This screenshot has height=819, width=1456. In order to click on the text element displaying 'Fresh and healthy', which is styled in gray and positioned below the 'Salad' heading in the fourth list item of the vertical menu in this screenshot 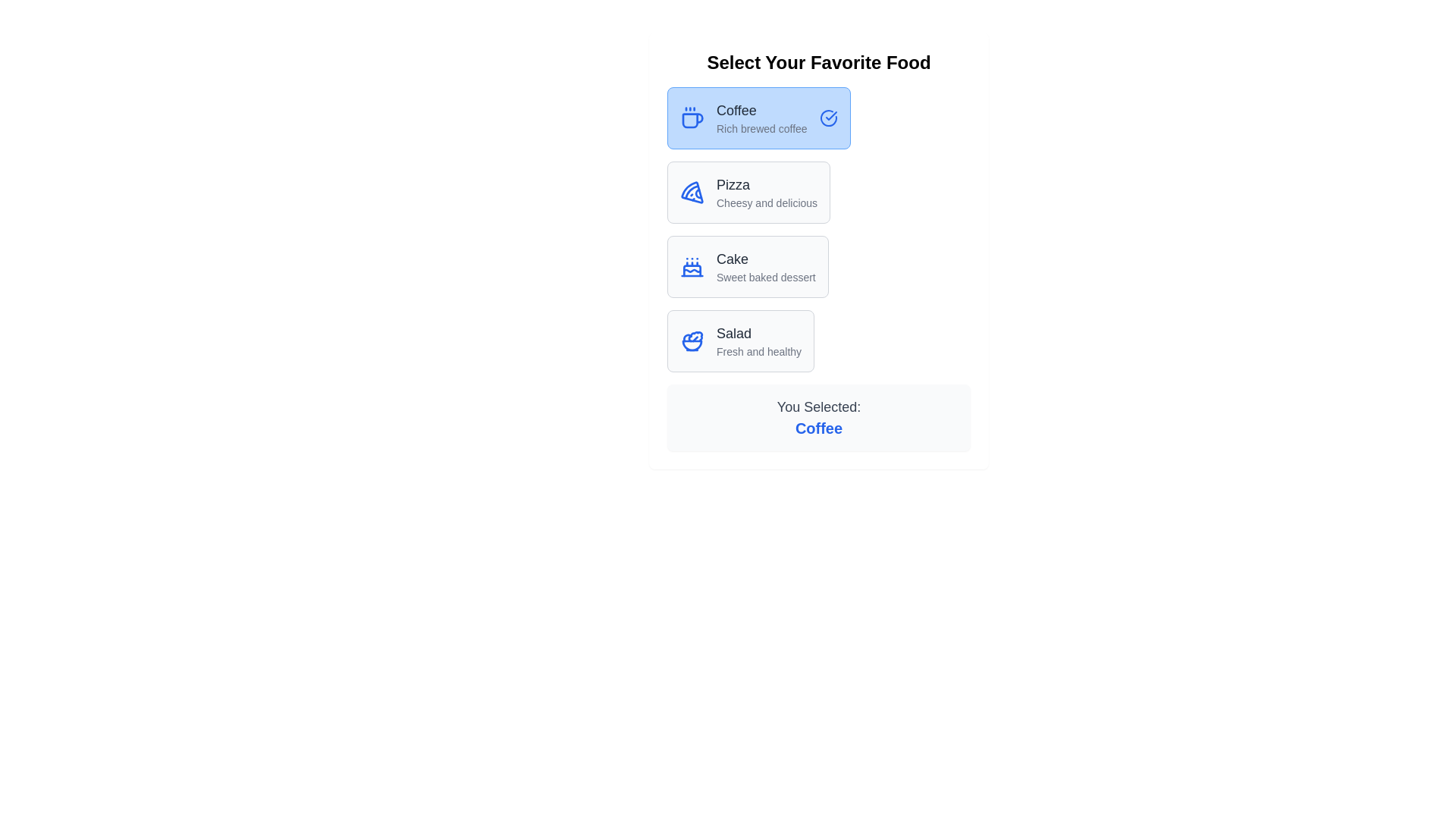, I will do `click(759, 351)`.